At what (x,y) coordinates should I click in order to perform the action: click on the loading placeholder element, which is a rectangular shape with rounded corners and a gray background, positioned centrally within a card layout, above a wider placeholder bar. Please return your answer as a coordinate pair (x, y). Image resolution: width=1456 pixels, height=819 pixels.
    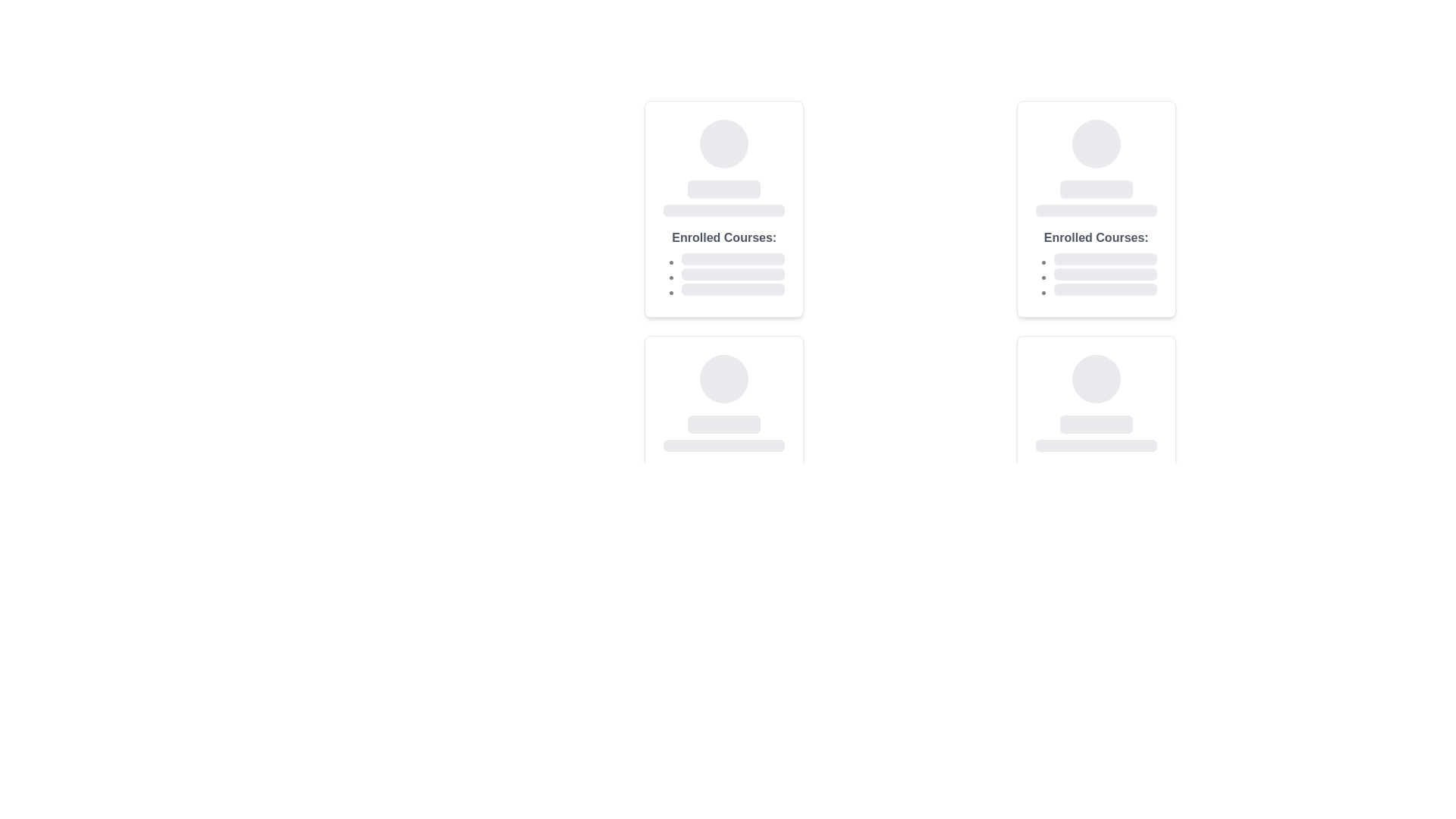
    Looking at the image, I should click on (723, 424).